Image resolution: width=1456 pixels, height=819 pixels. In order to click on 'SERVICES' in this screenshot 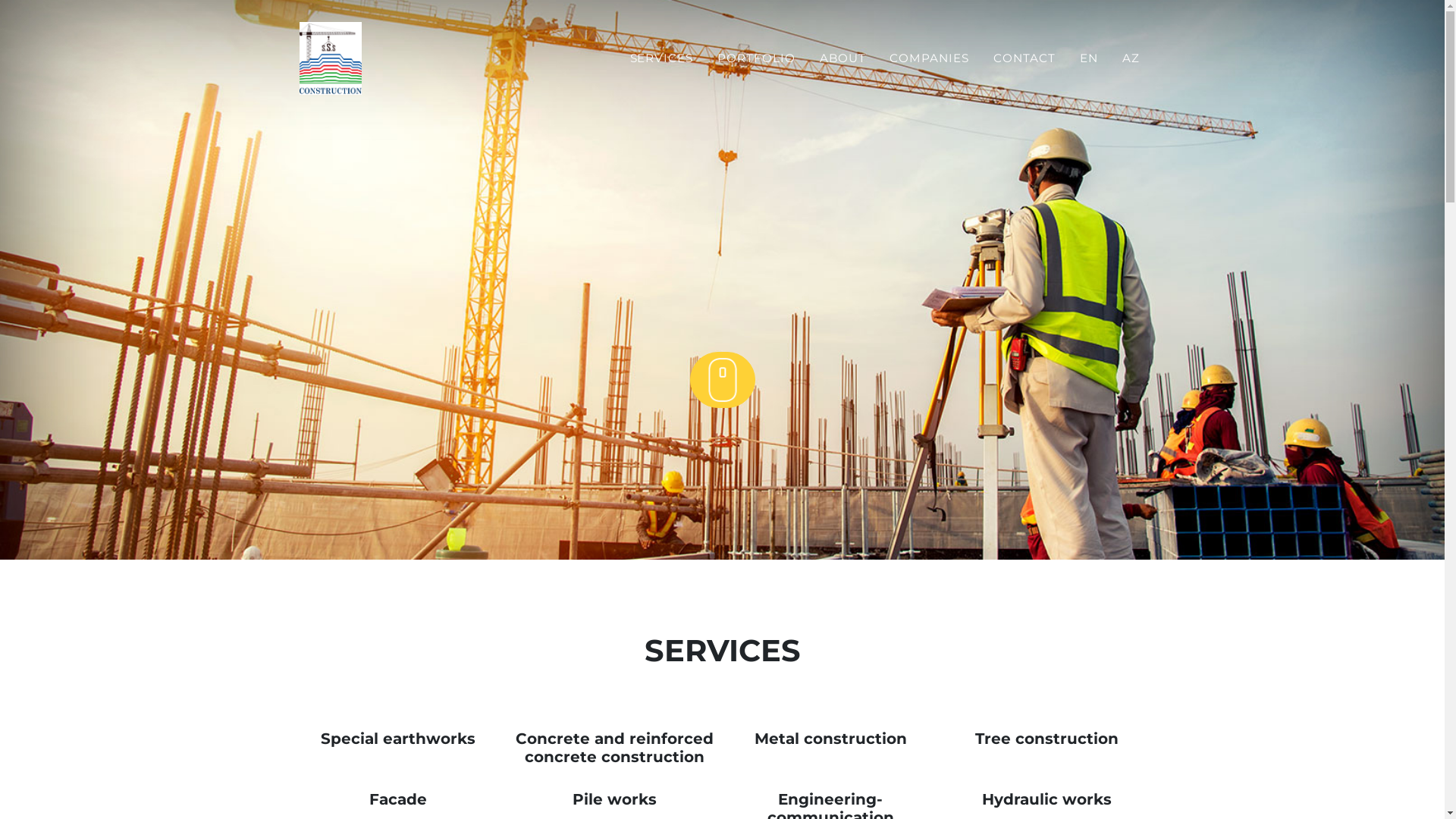, I will do `click(662, 58)`.